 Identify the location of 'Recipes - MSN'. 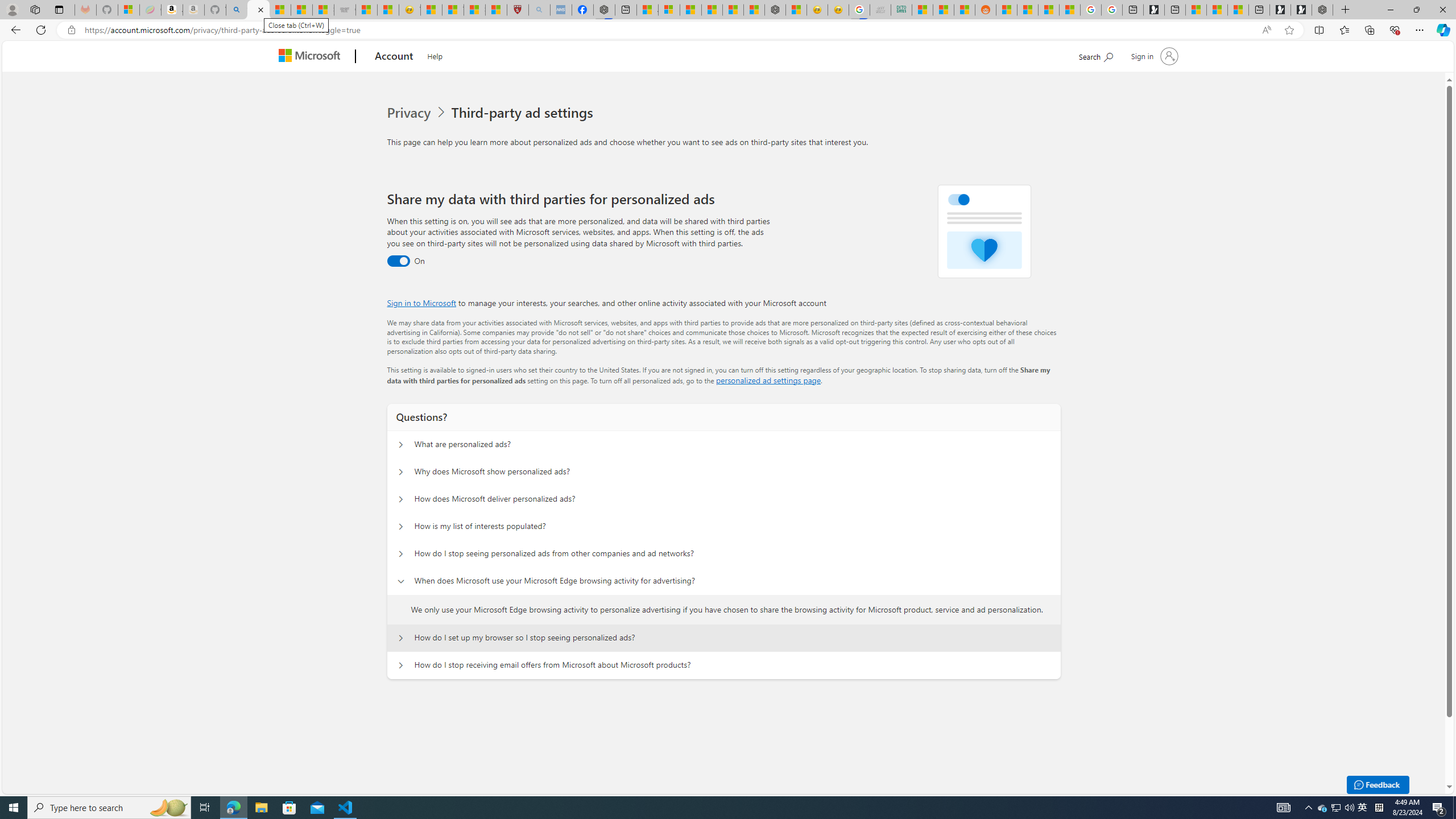
(431, 9).